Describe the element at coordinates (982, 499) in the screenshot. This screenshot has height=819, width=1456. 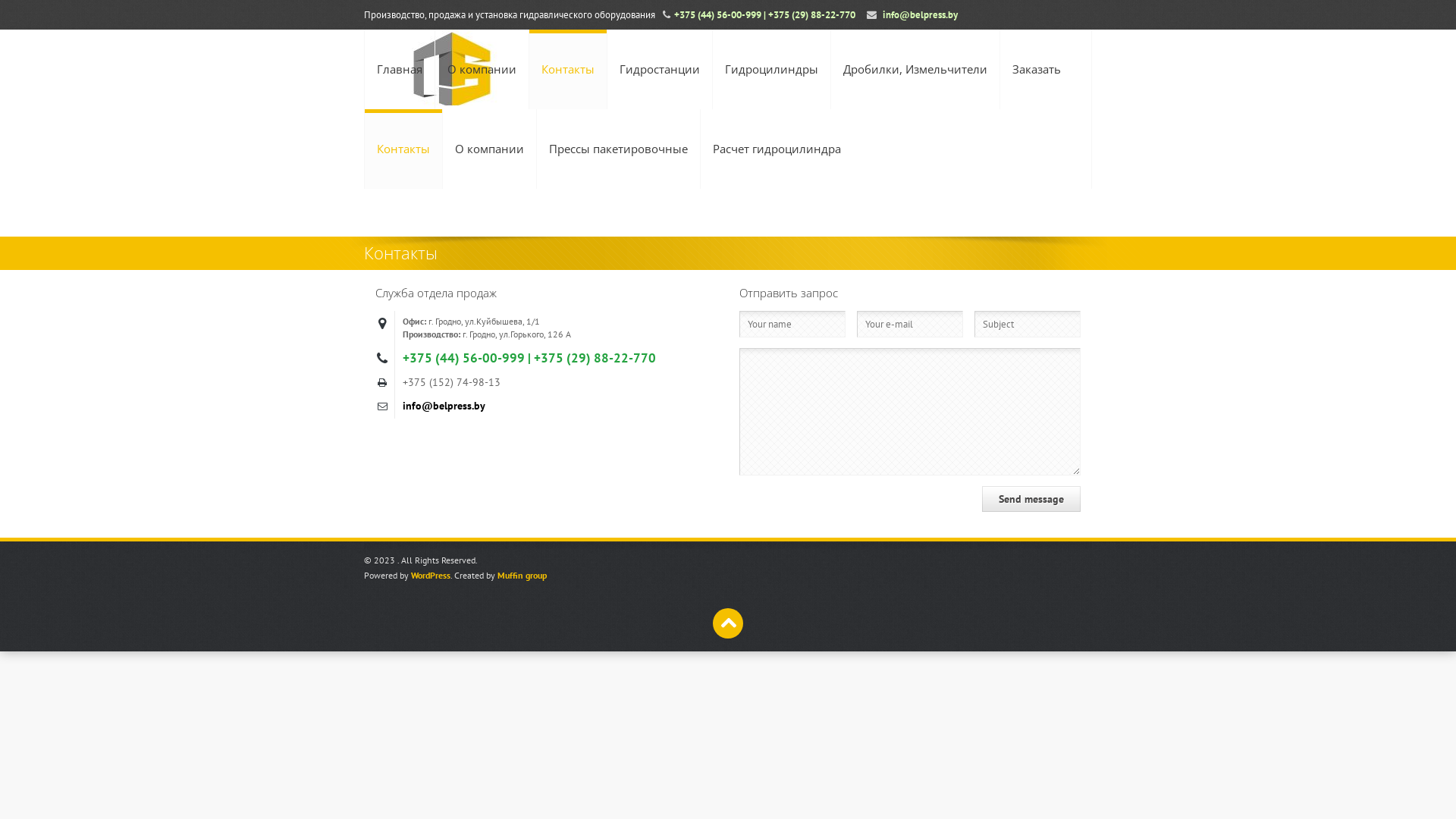
I see `'Send message'` at that location.